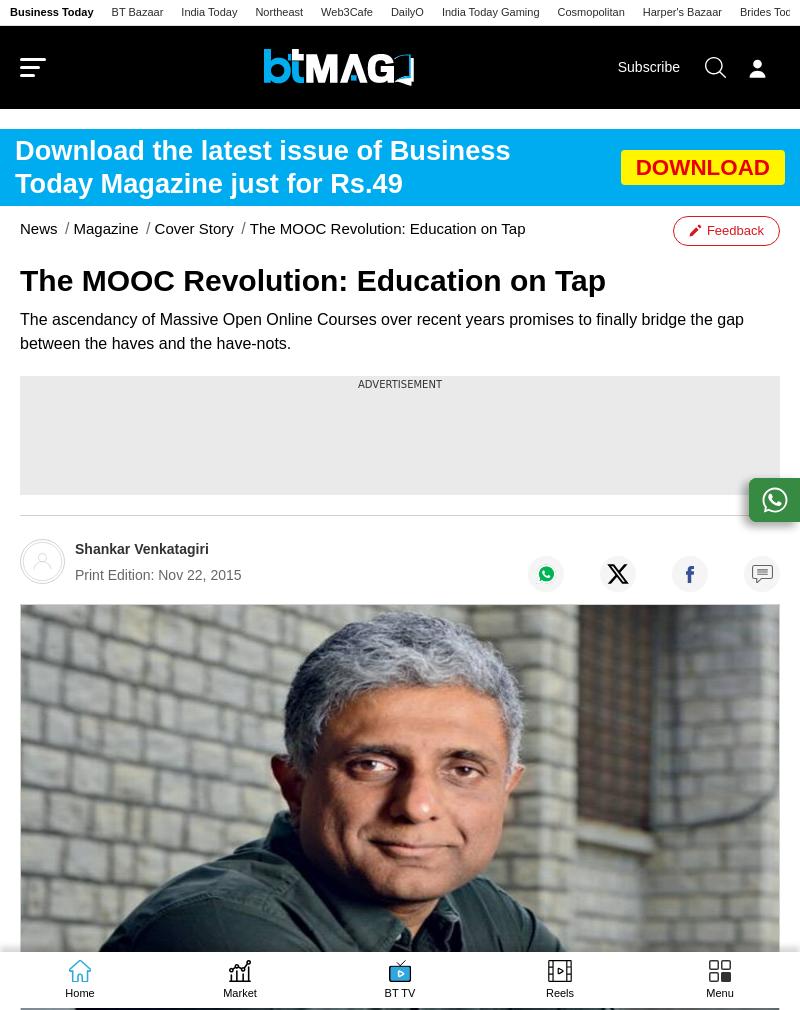 This screenshot has height=1010, width=800. Describe the element at coordinates (53, 961) in the screenshot. I see `'The Buzz'` at that location.